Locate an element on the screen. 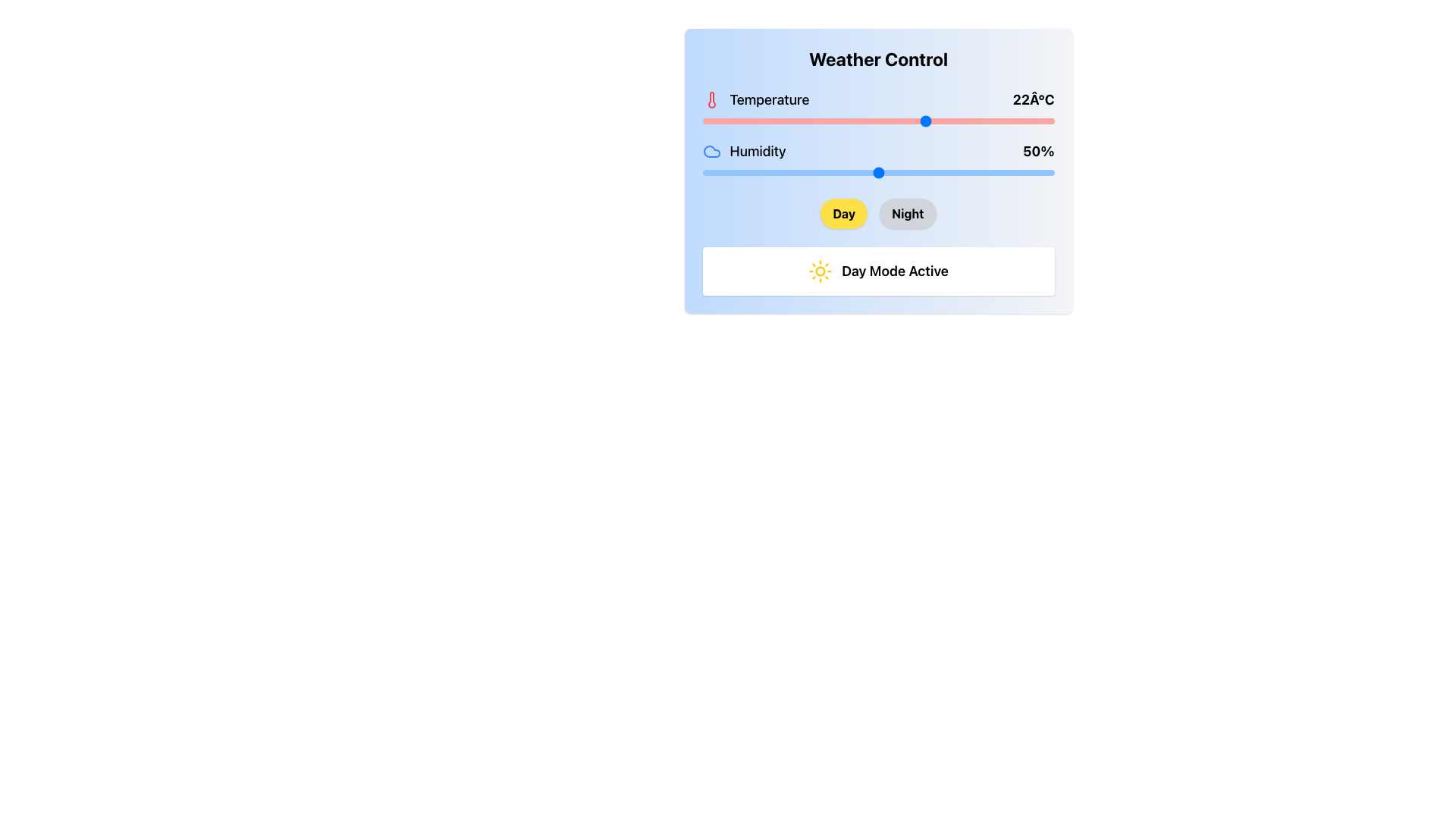 This screenshot has width=1456, height=819. the humidity slider is located at coordinates (893, 171).